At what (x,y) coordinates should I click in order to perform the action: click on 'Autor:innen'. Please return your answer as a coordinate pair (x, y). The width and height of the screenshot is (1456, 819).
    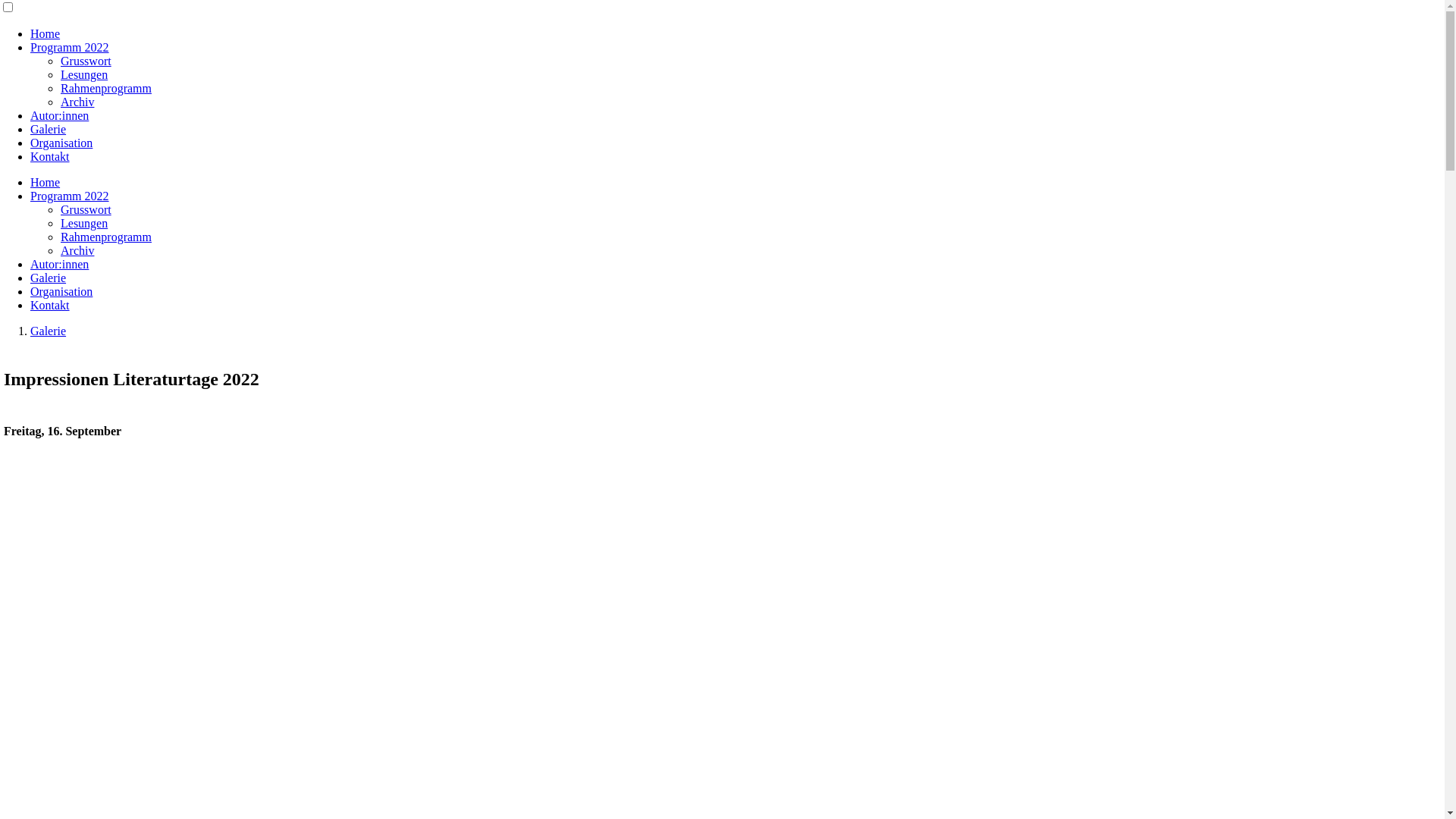
    Looking at the image, I should click on (59, 263).